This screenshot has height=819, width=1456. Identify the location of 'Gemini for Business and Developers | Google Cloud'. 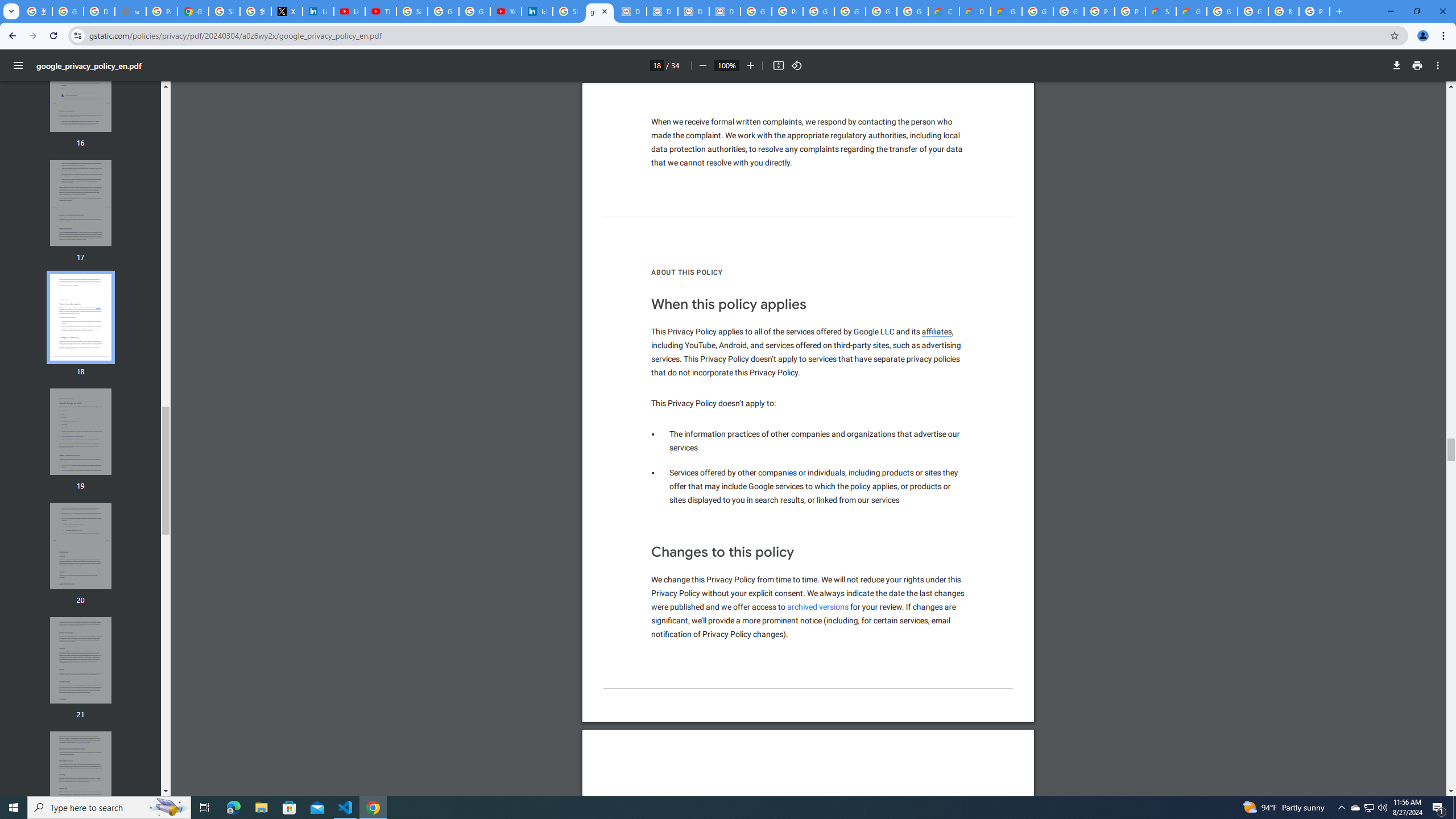
(1006, 11).